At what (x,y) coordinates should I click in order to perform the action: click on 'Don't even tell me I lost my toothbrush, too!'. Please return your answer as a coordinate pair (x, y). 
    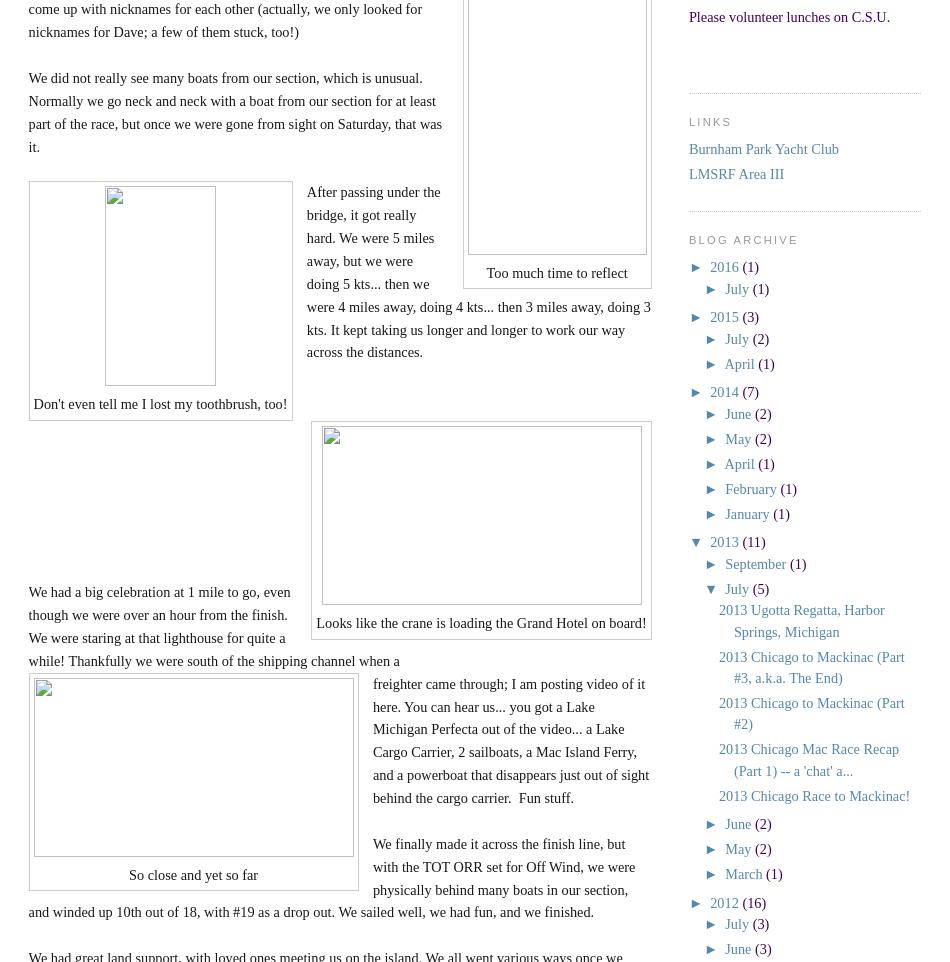
    Looking at the image, I should click on (159, 403).